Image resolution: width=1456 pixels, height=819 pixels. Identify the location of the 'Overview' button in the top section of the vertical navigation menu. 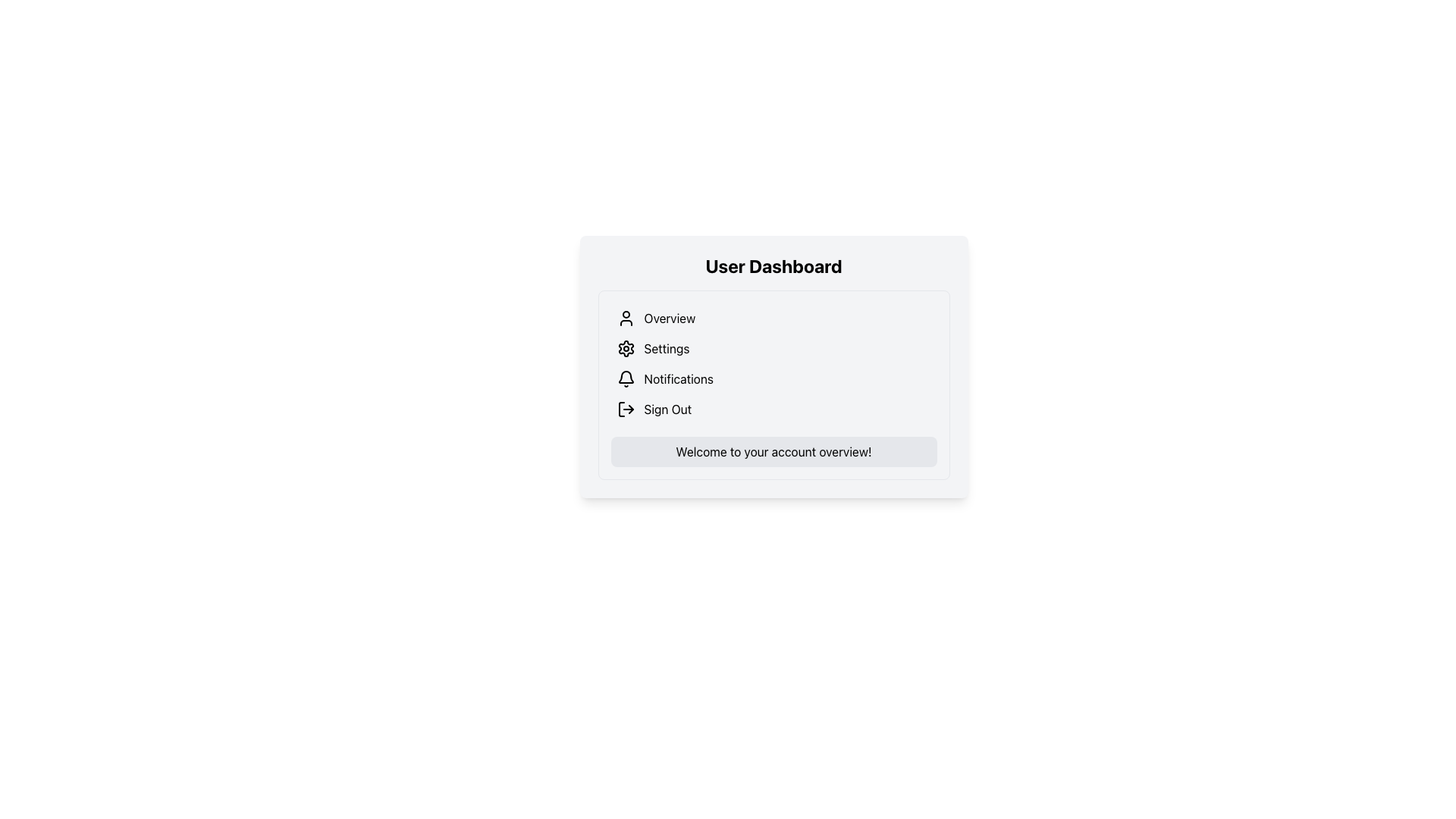
(773, 318).